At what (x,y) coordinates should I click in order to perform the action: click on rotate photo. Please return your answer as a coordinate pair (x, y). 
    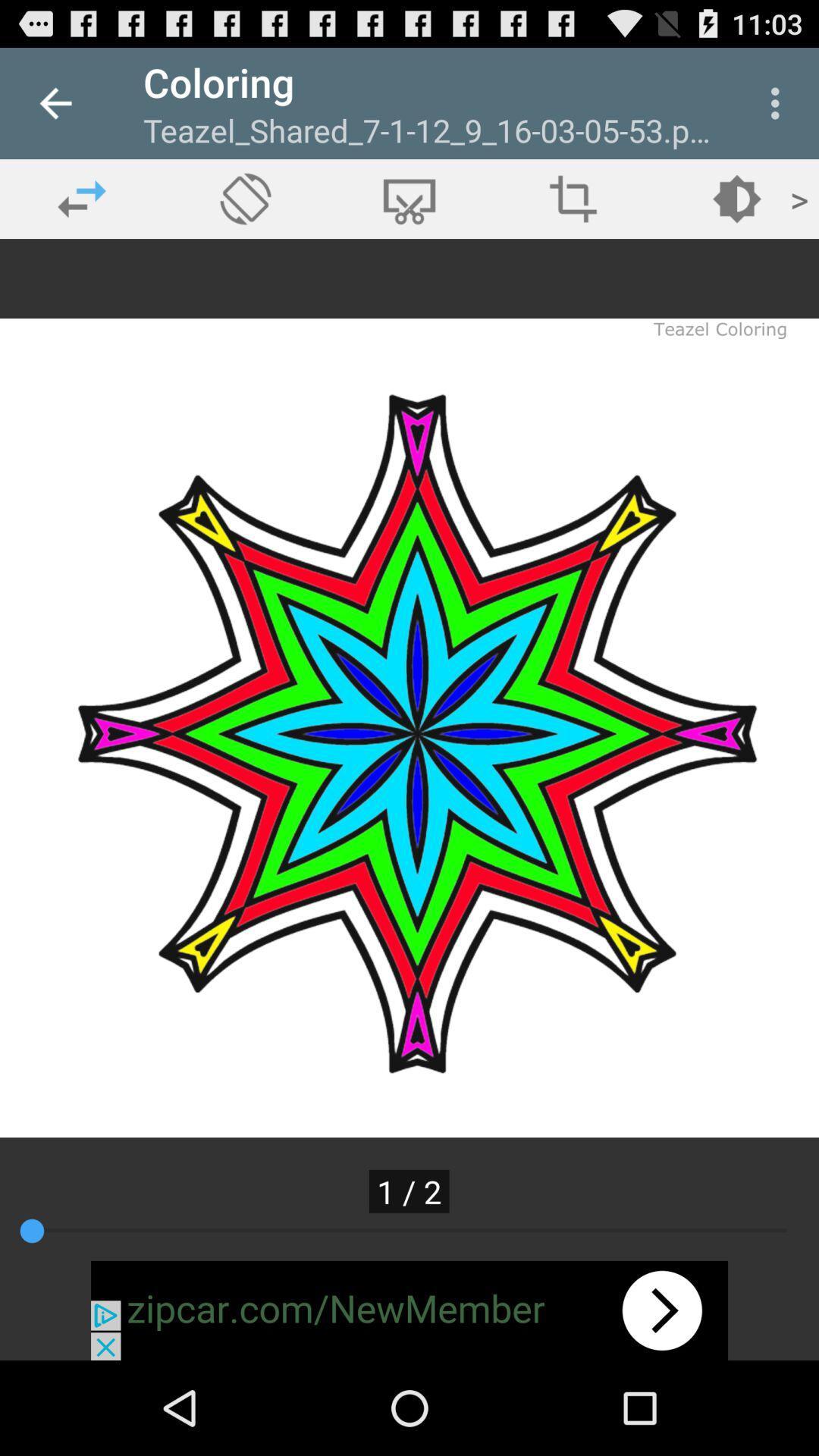
    Looking at the image, I should click on (245, 198).